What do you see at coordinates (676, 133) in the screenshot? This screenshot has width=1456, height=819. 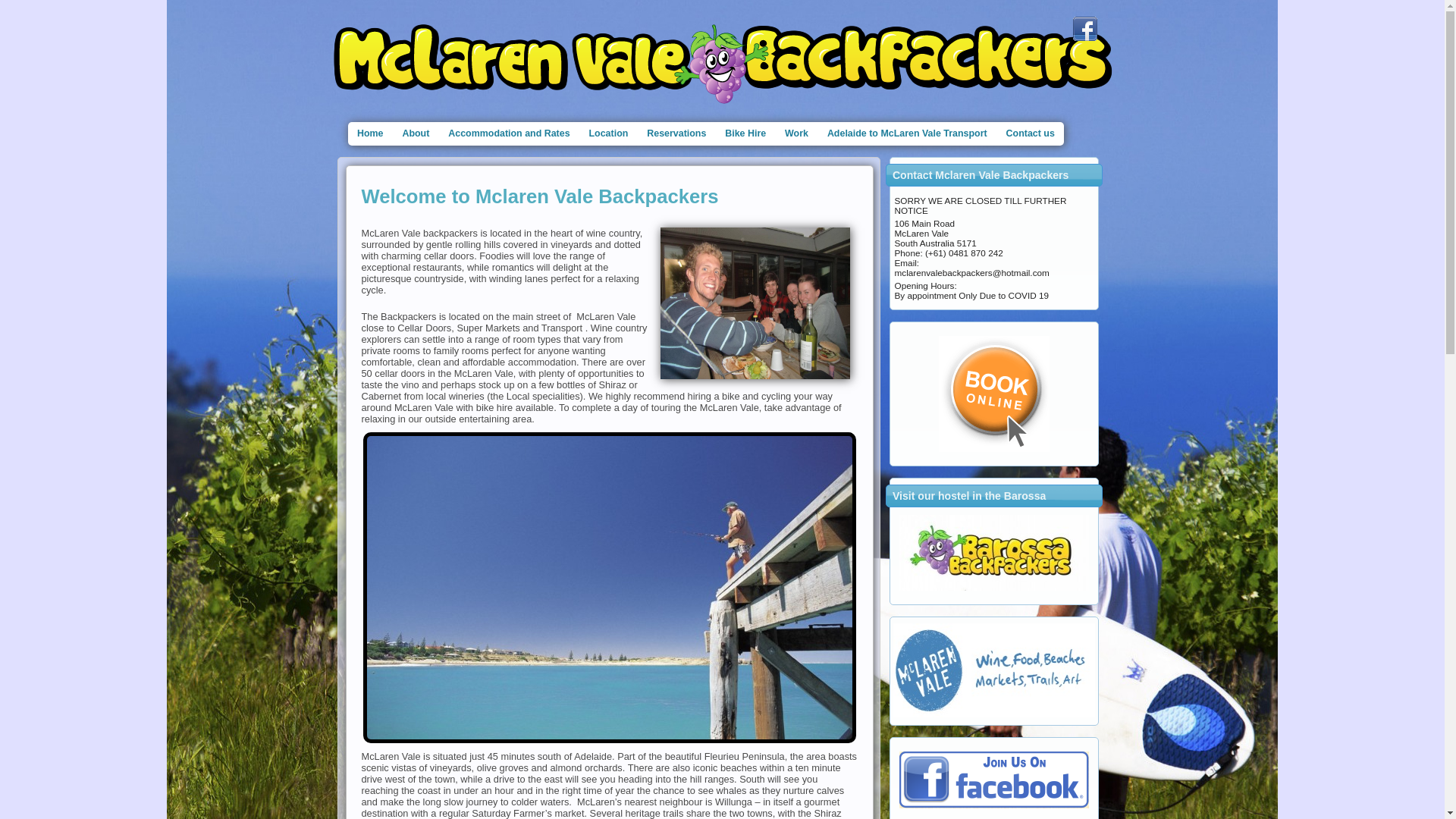 I see `'Reservations'` at bounding box center [676, 133].